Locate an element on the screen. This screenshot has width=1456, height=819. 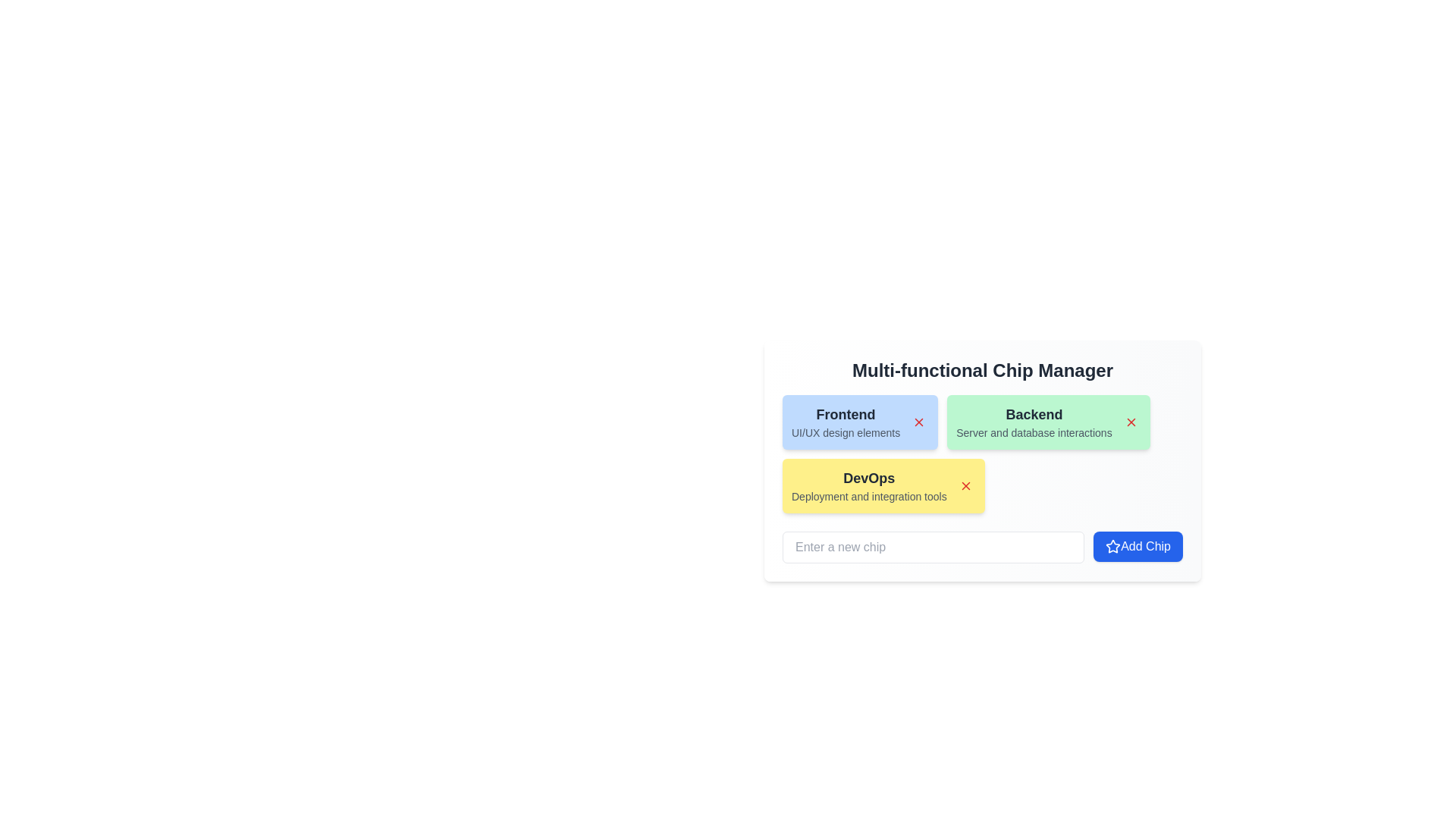
the button for adding a new item or 'chip' is located at coordinates (1138, 547).